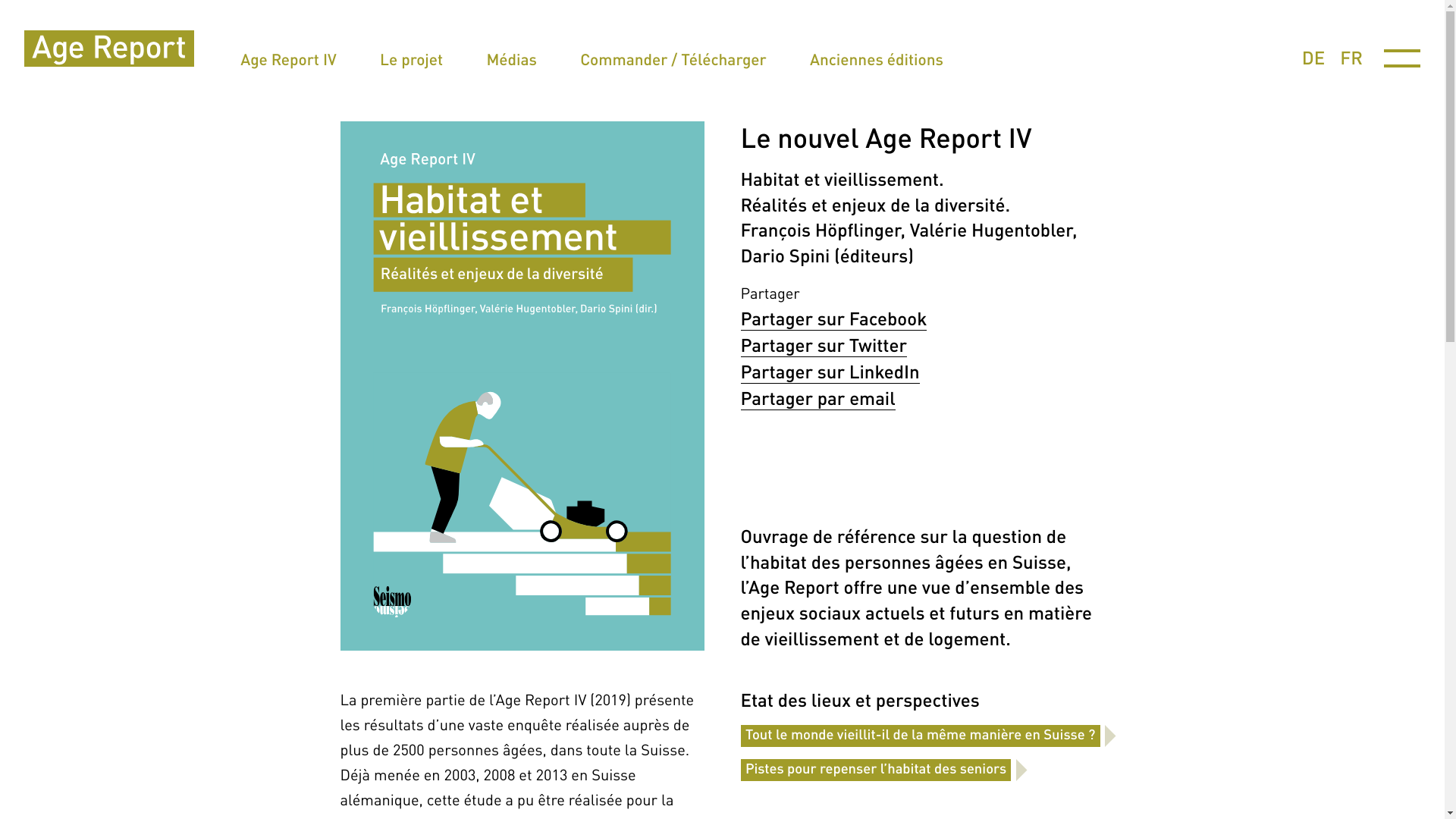 This screenshot has height=819, width=1456. I want to click on 'Partager sur Facebook', so click(833, 318).